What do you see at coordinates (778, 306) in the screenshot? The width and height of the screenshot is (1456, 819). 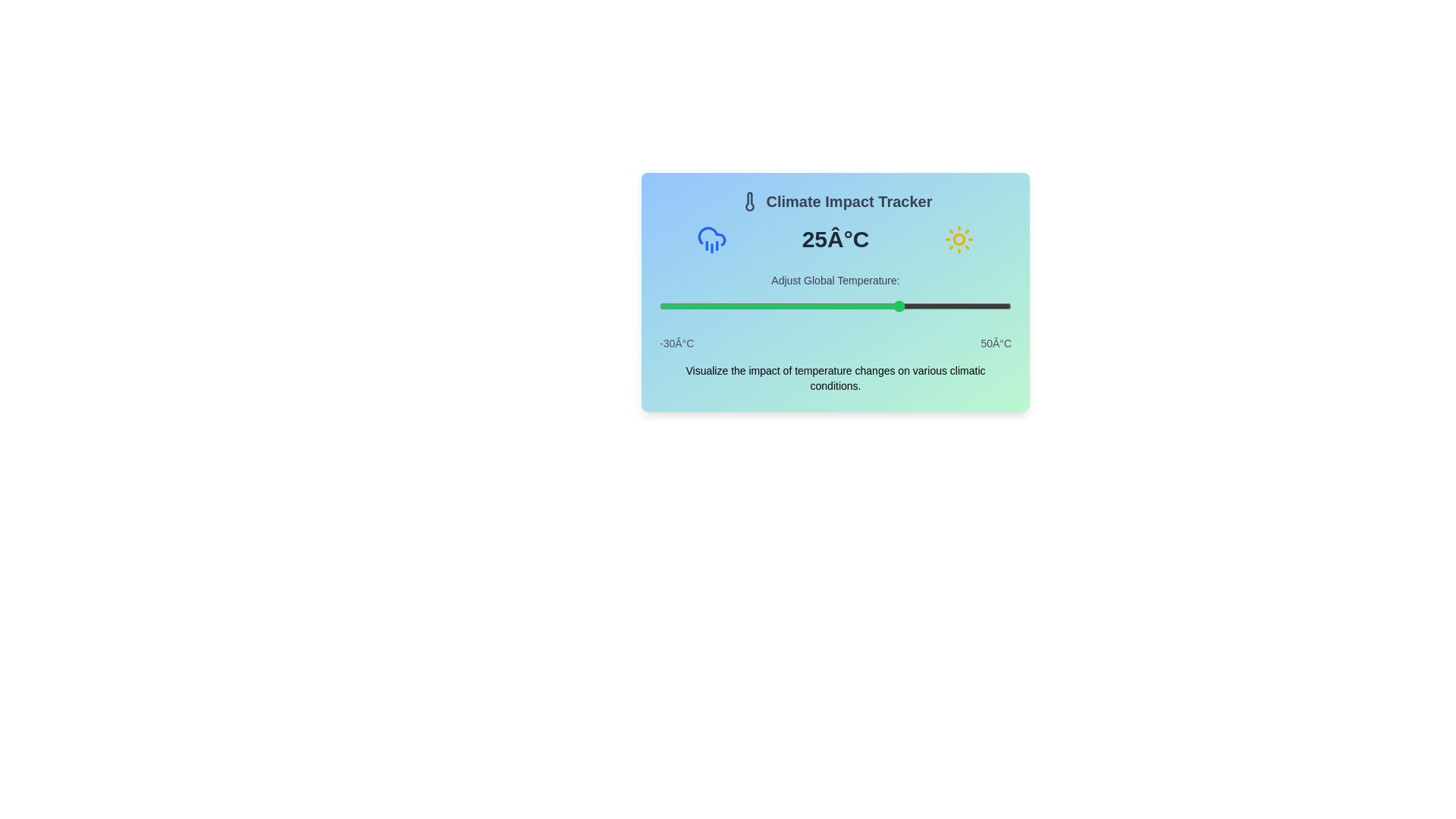 I see `the slider to set the temperature to -3°C` at bounding box center [778, 306].